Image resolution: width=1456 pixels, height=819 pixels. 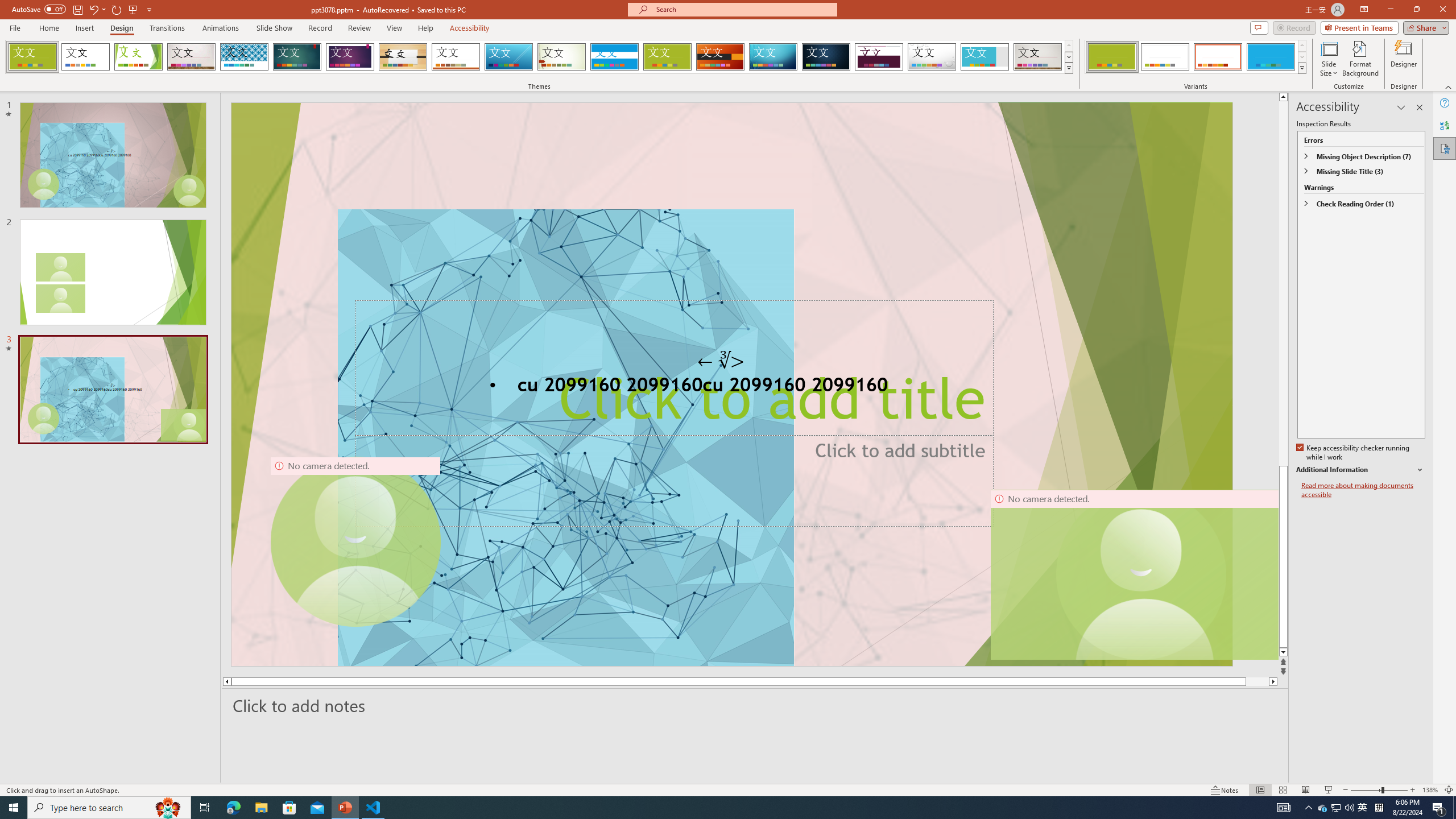 What do you see at coordinates (1444, 126) in the screenshot?
I see `'Translator'` at bounding box center [1444, 126].